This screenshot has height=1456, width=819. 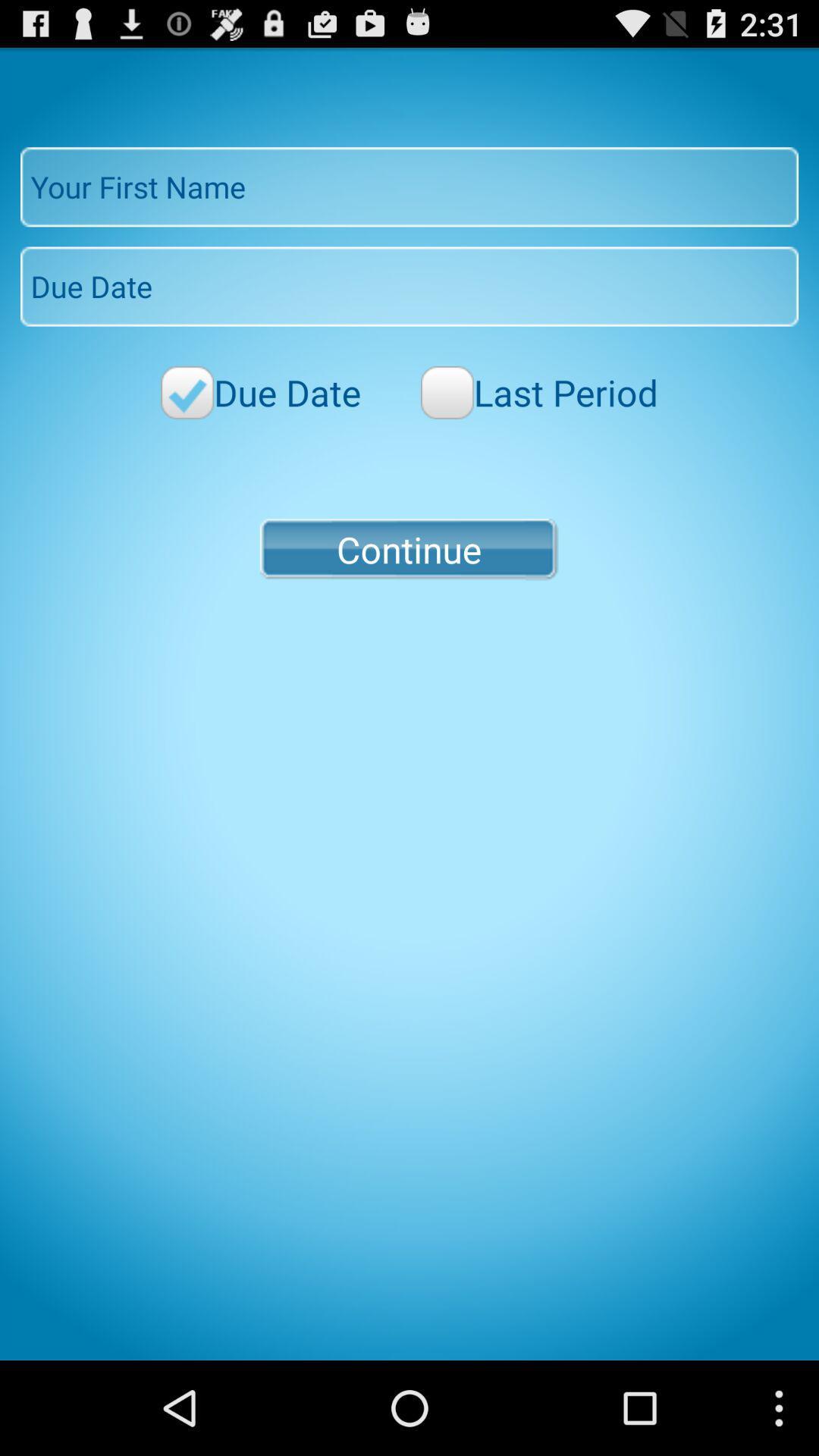 I want to click on icon to the right of due date radio button, so click(x=538, y=392).